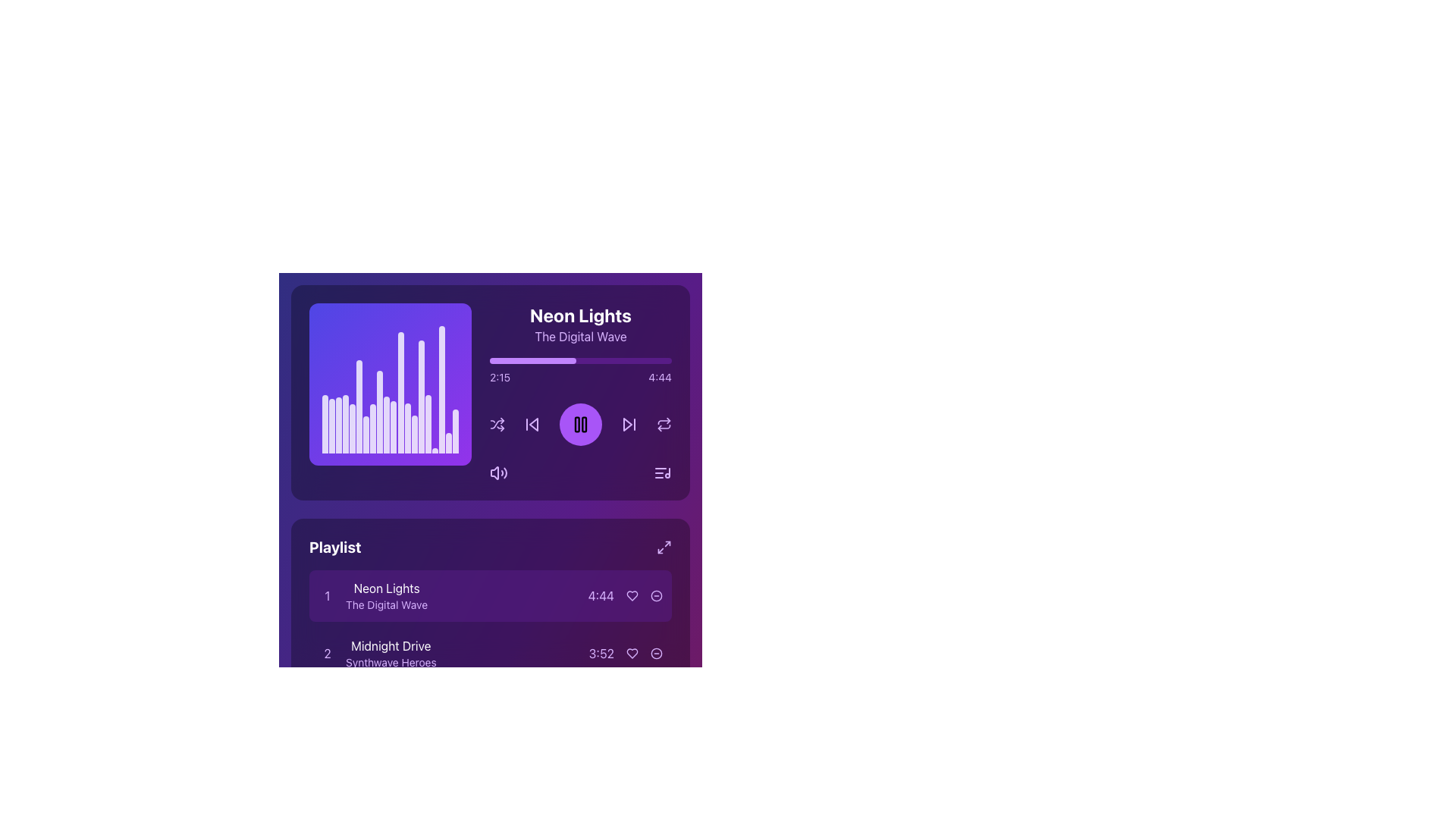  I want to click on the second segment of the SVG component in the playback controls area, which is related to playback functions like repeat or shuffle, so click(664, 422).